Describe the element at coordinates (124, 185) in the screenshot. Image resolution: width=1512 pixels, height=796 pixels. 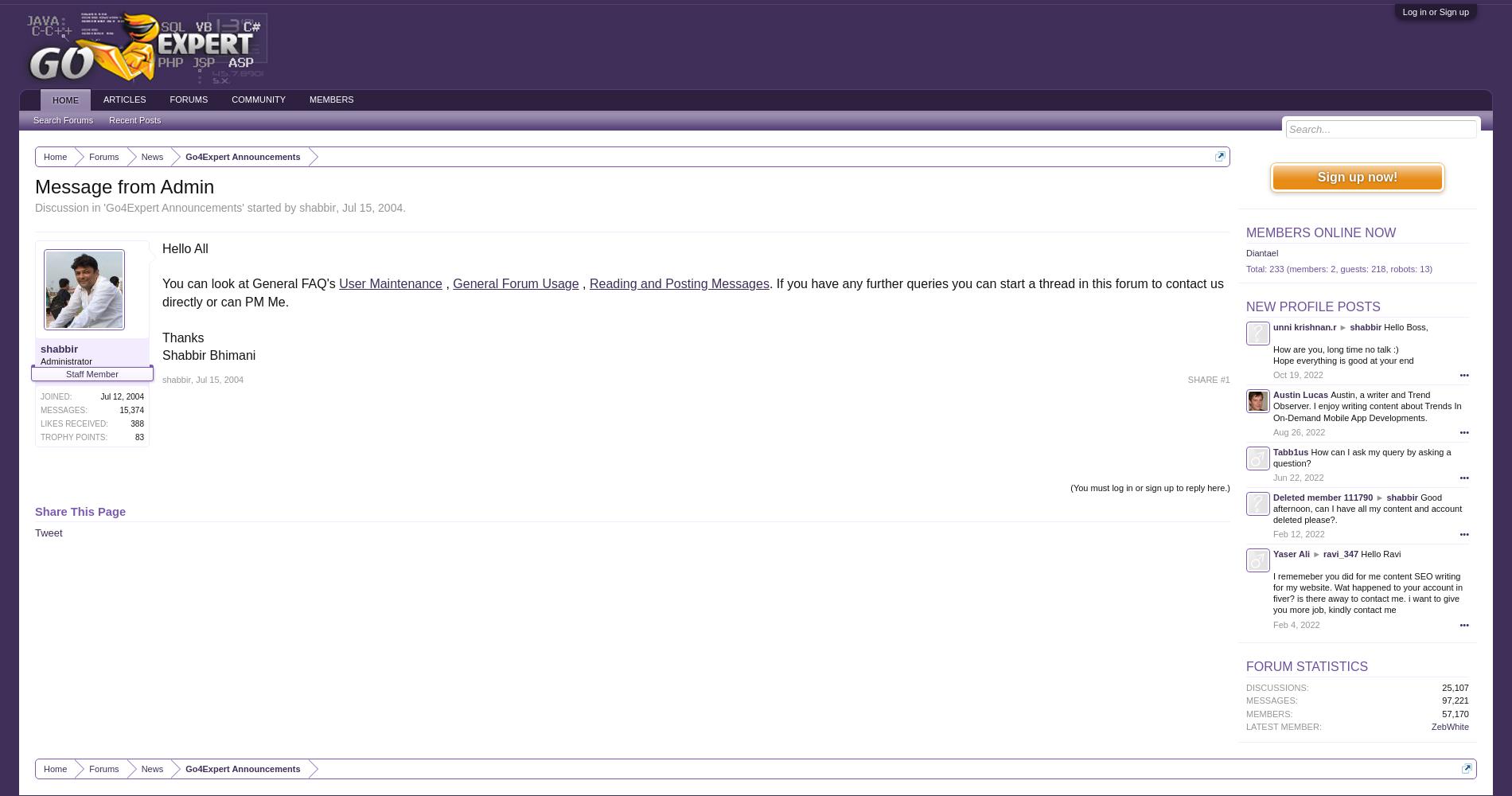
I see `'Message from Admin'` at that location.